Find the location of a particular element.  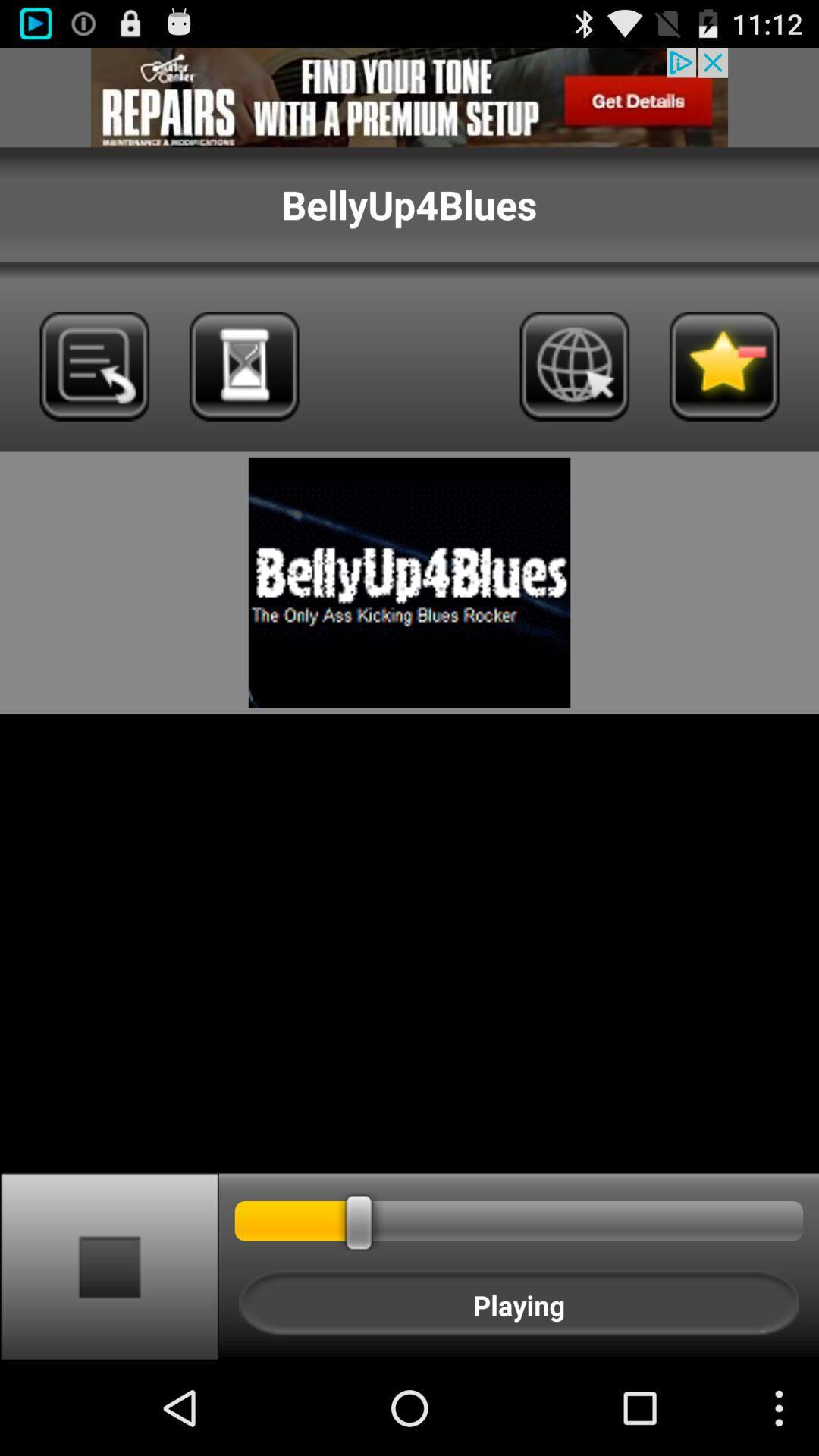

the star icon is located at coordinates (723, 392).